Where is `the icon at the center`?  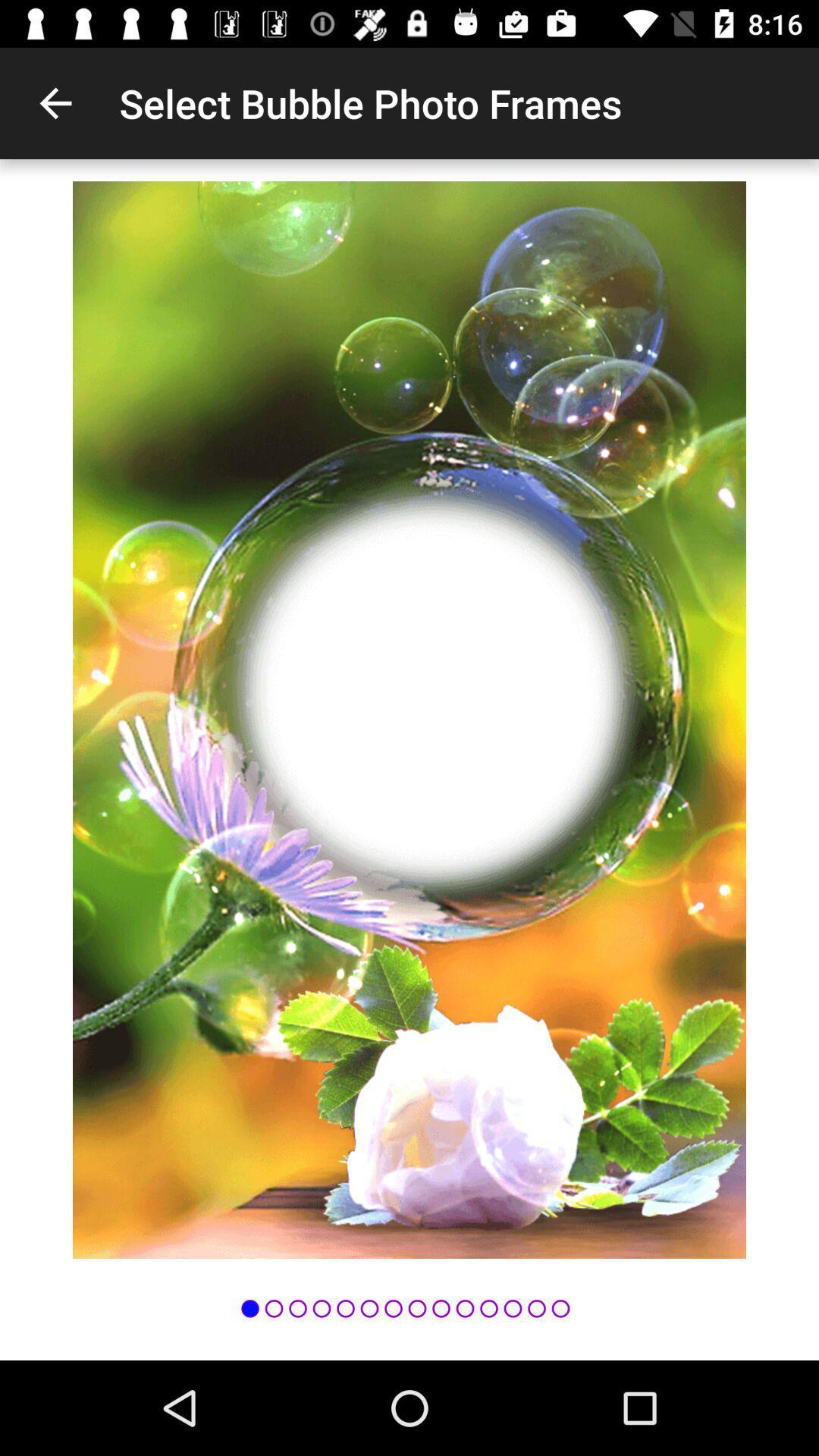
the icon at the center is located at coordinates (409, 719).